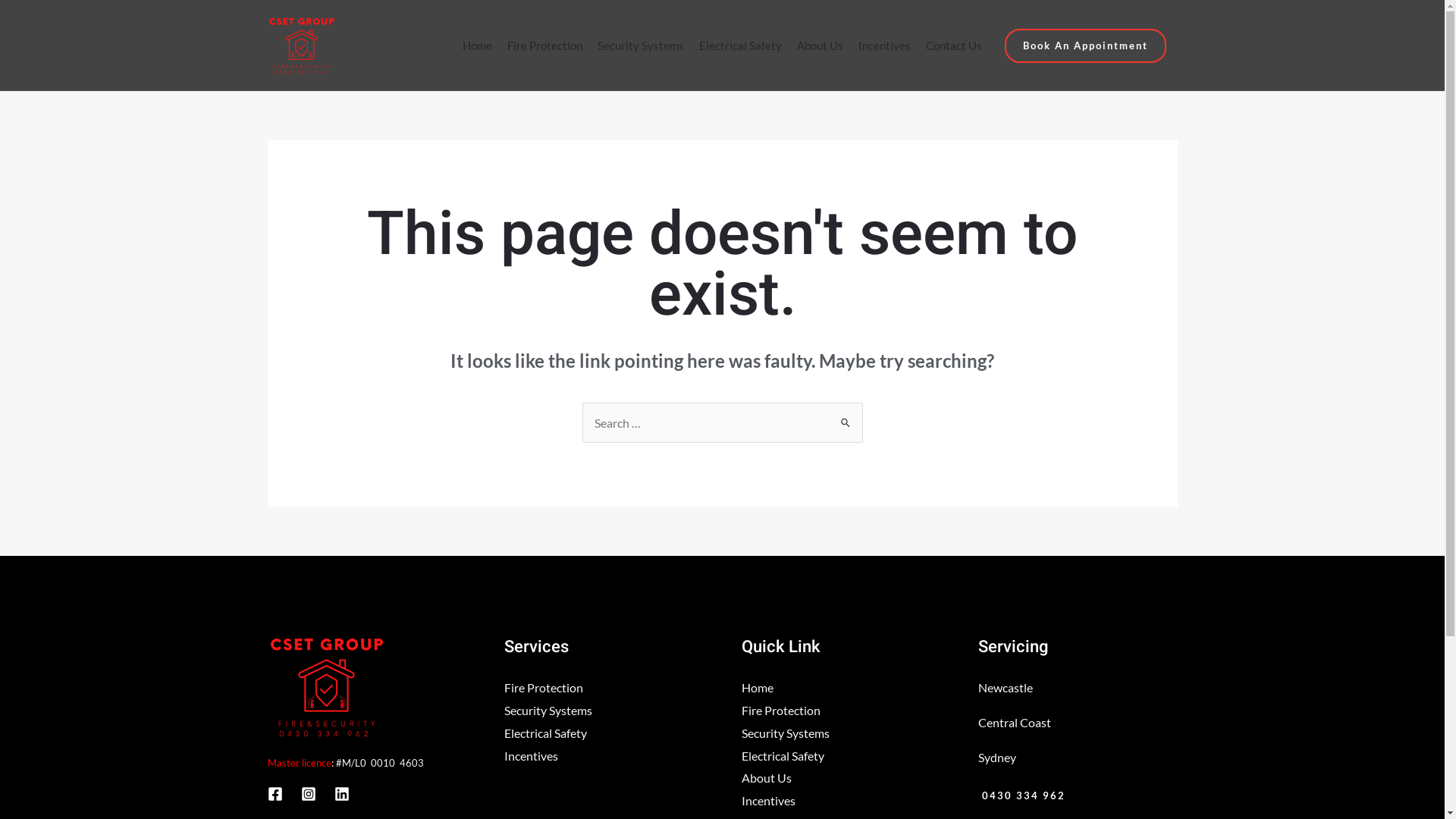 Image resolution: width=1456 pixels, height=819 pixels. I want to click on 'Contact Us', so click(952, 45).